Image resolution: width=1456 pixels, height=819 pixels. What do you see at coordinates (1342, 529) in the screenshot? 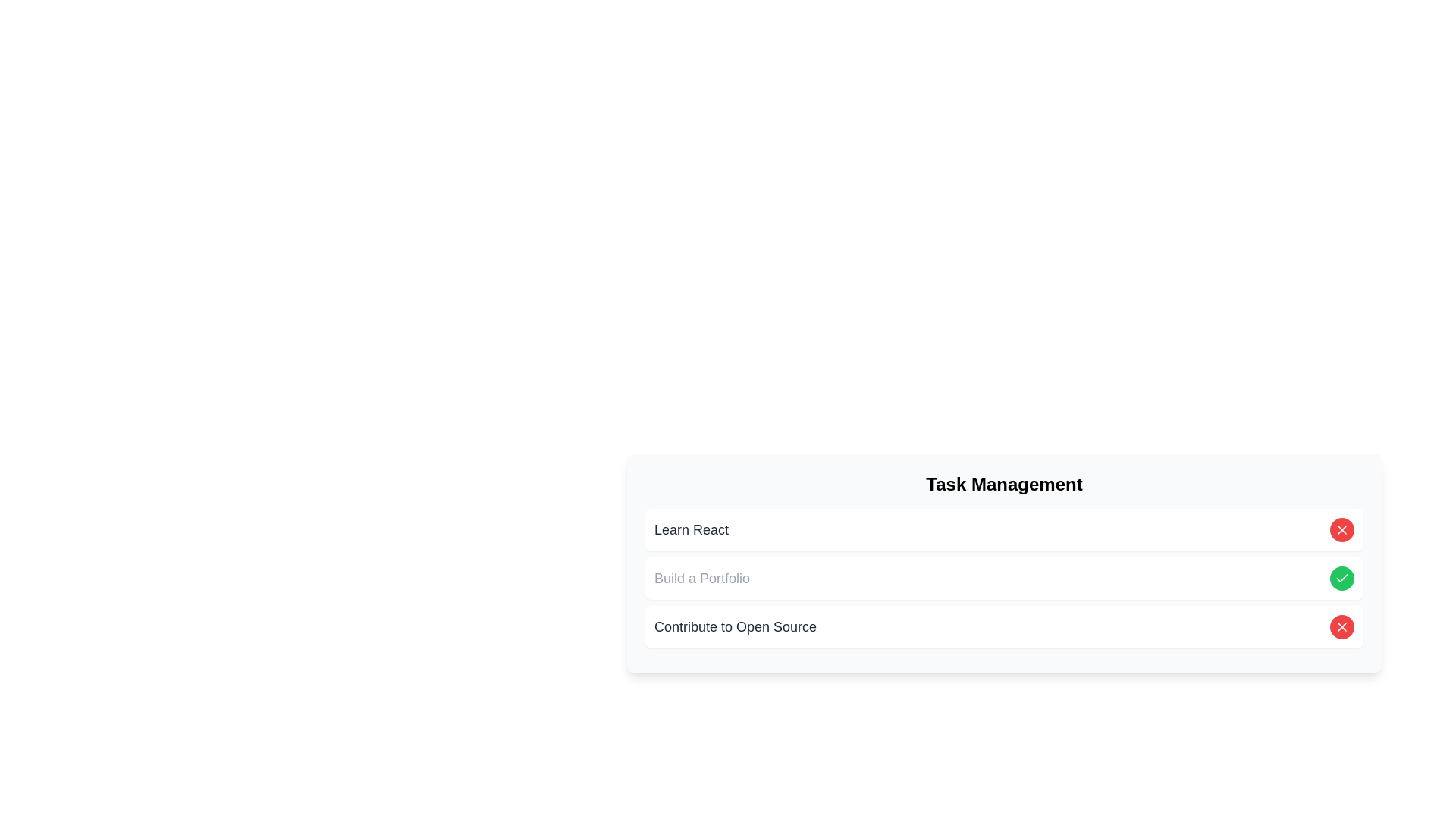
I see `the diagonal cross-shaped button located in the third task item of the task management list` at bounding box center [1342, 529].